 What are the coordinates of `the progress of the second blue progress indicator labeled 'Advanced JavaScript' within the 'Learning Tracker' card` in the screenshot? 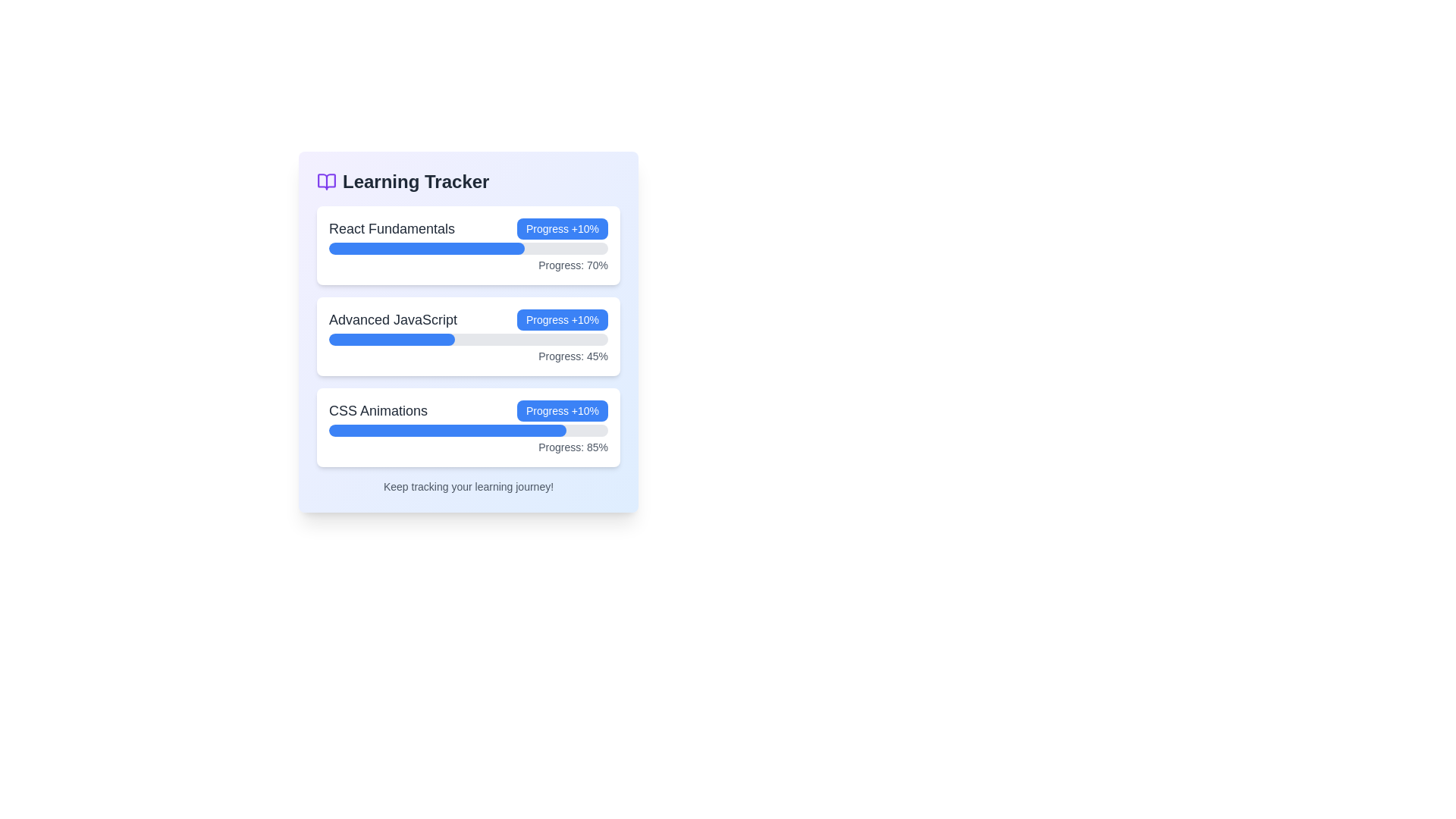 It's located at (391, 338).